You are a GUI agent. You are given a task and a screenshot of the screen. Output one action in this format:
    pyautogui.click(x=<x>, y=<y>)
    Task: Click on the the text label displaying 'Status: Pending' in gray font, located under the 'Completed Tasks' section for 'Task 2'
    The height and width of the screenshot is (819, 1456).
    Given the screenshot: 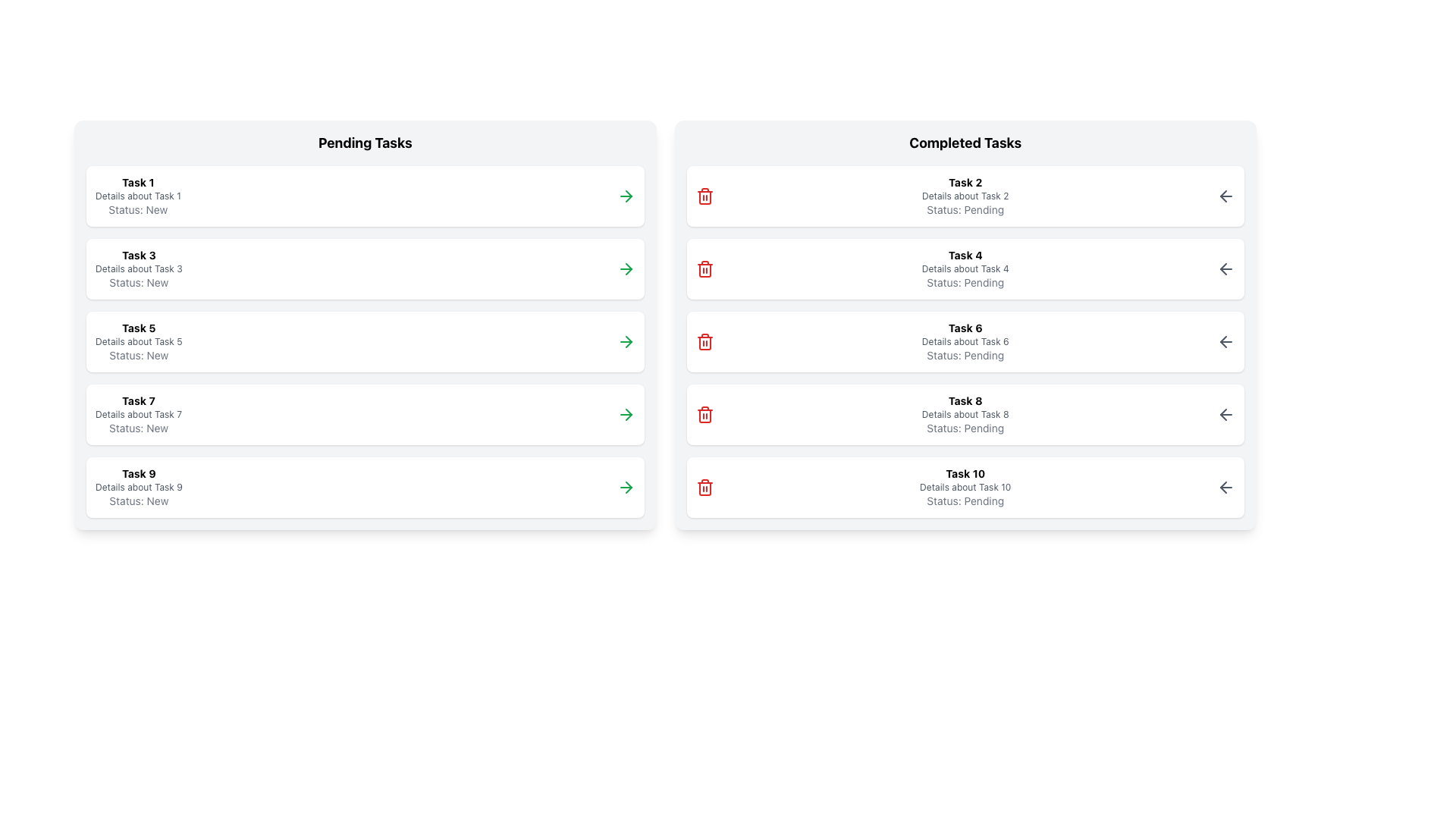 What is the action you would take?
    pyautogui.click(x=965, y=209)
    